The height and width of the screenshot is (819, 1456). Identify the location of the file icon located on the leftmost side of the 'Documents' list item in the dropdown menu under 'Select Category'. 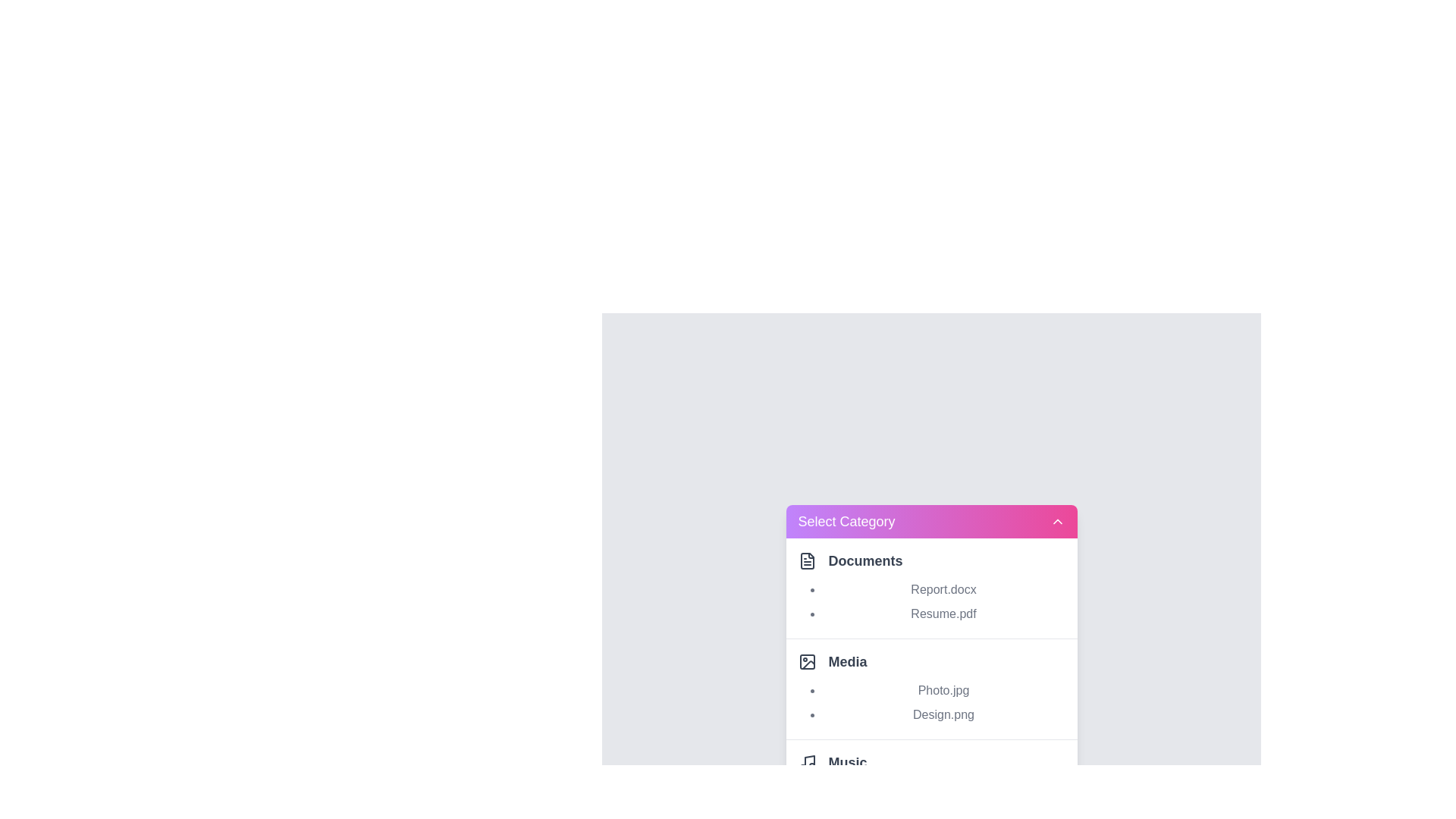
(806, 560).